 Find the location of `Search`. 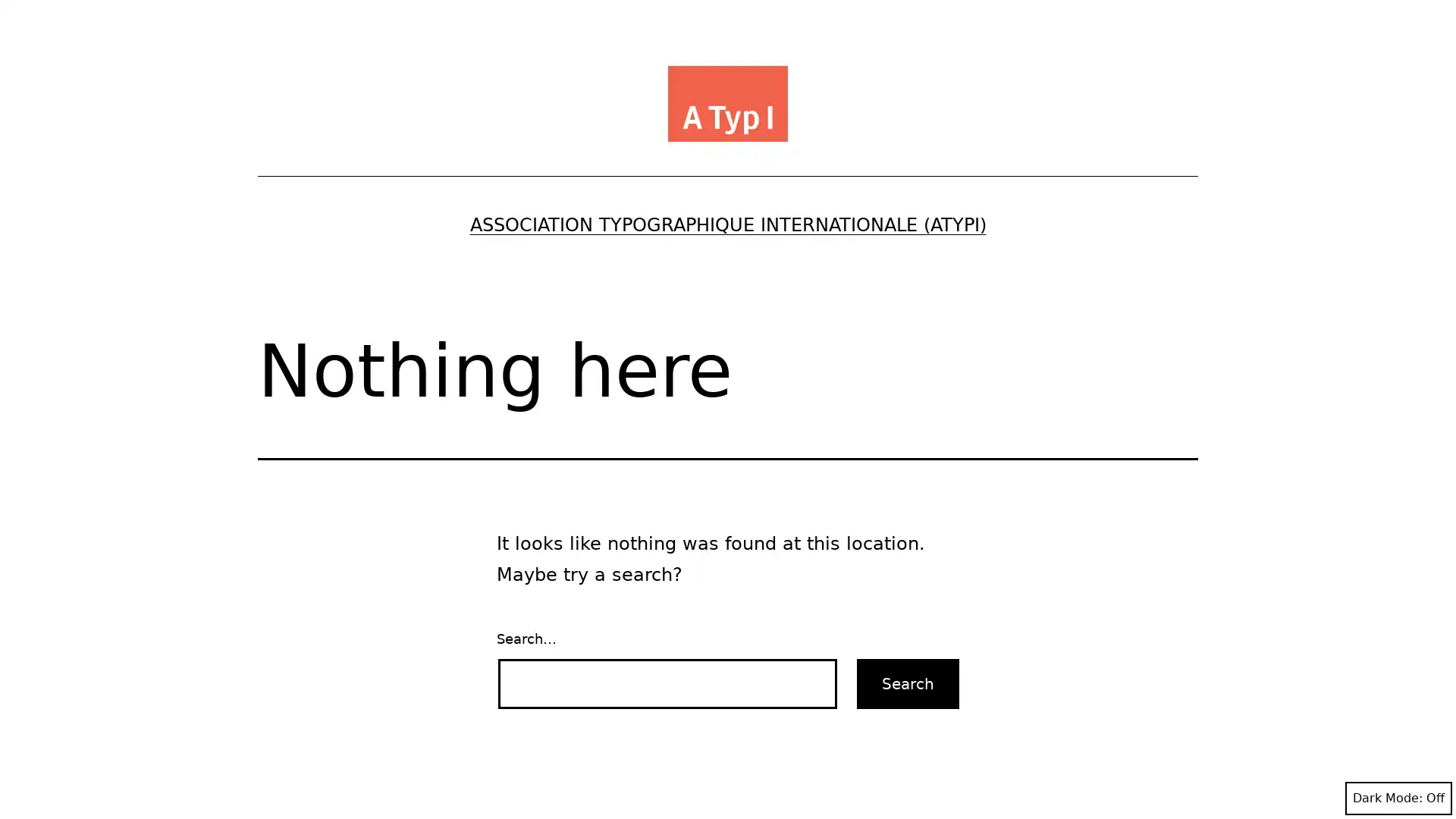

Search is located at coordinates (908, 683).